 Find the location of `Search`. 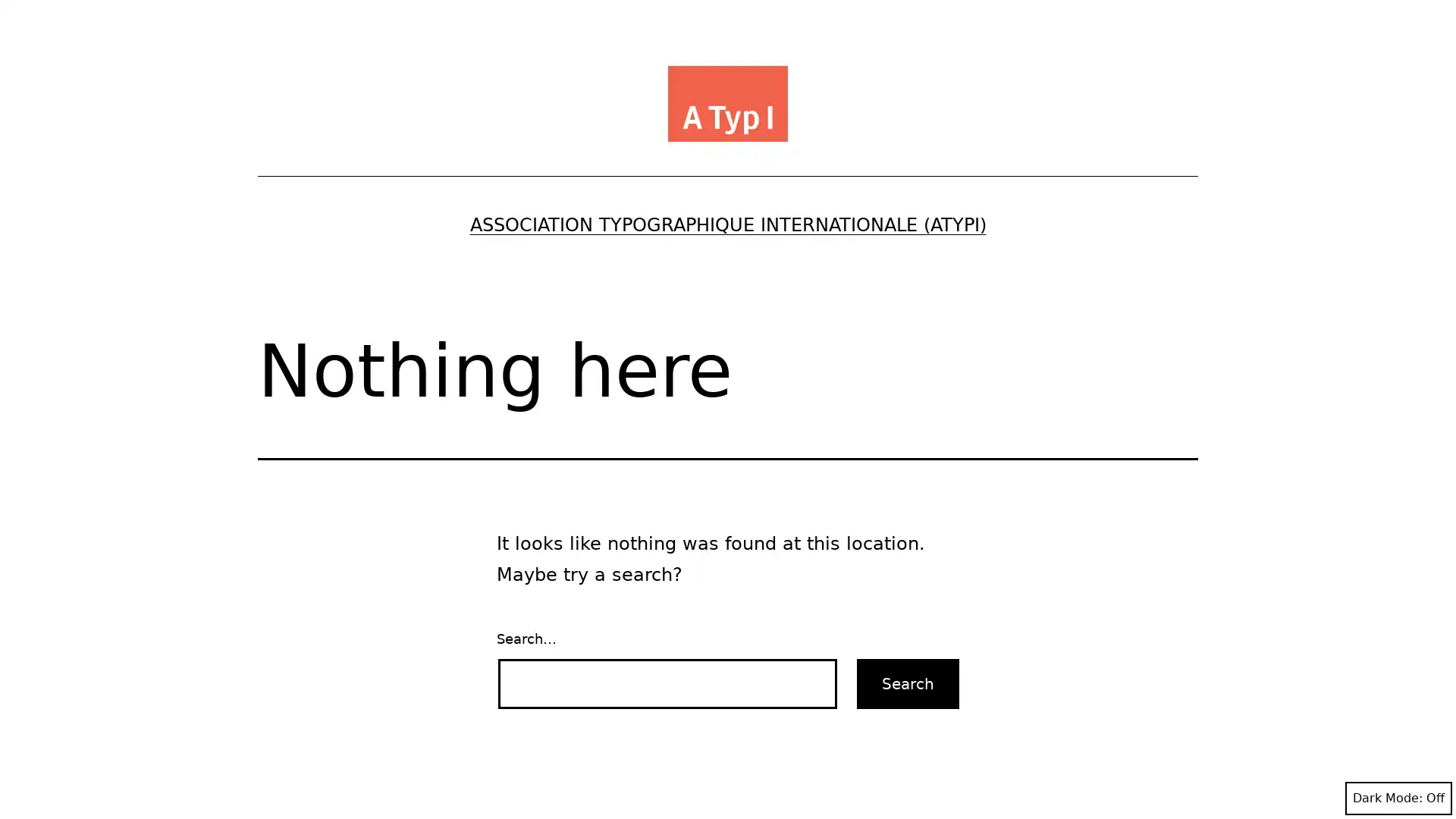

Search is located at coordinates (908, 683).